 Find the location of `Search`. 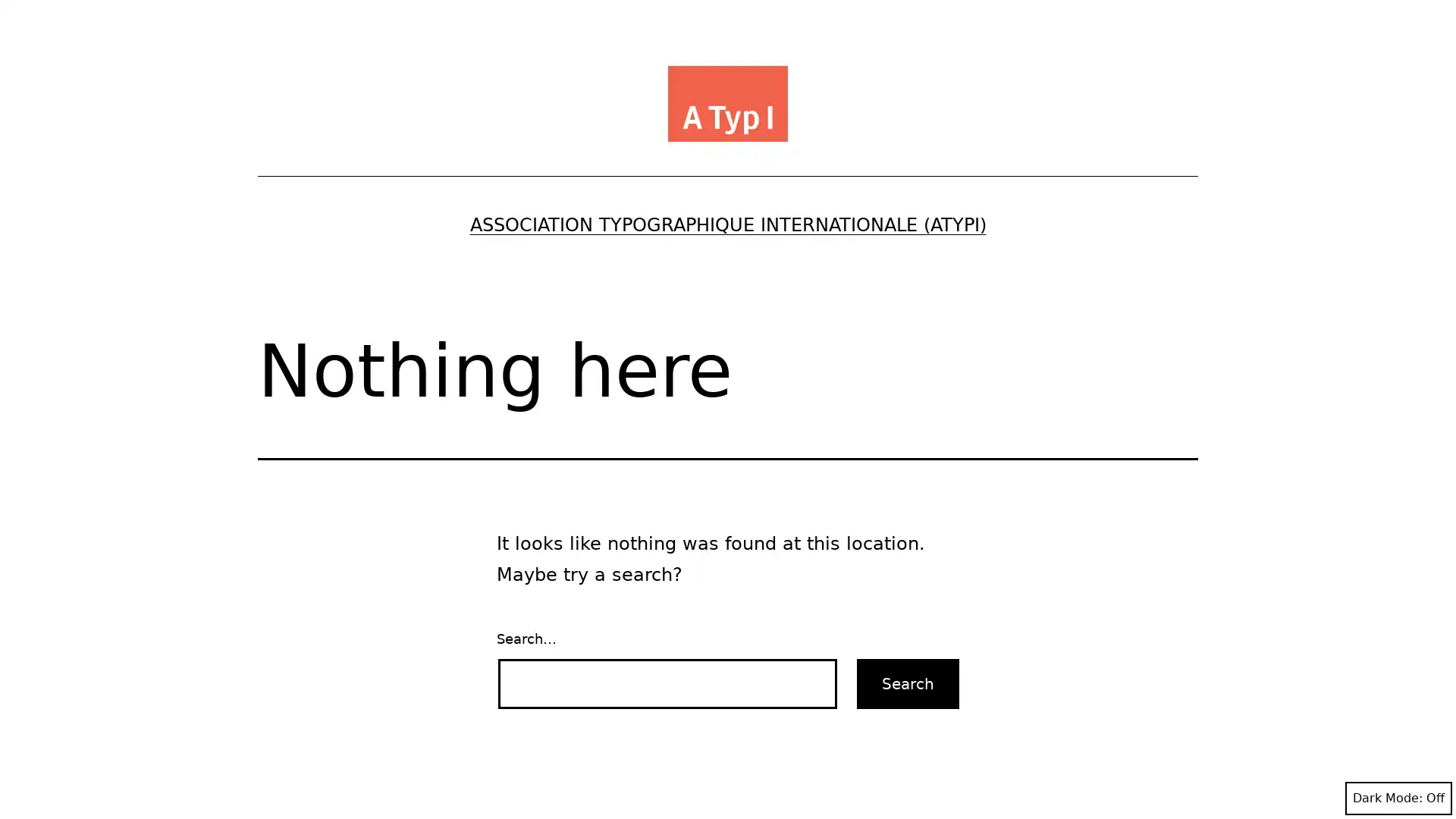

Search is located at coordinates (908, 683).